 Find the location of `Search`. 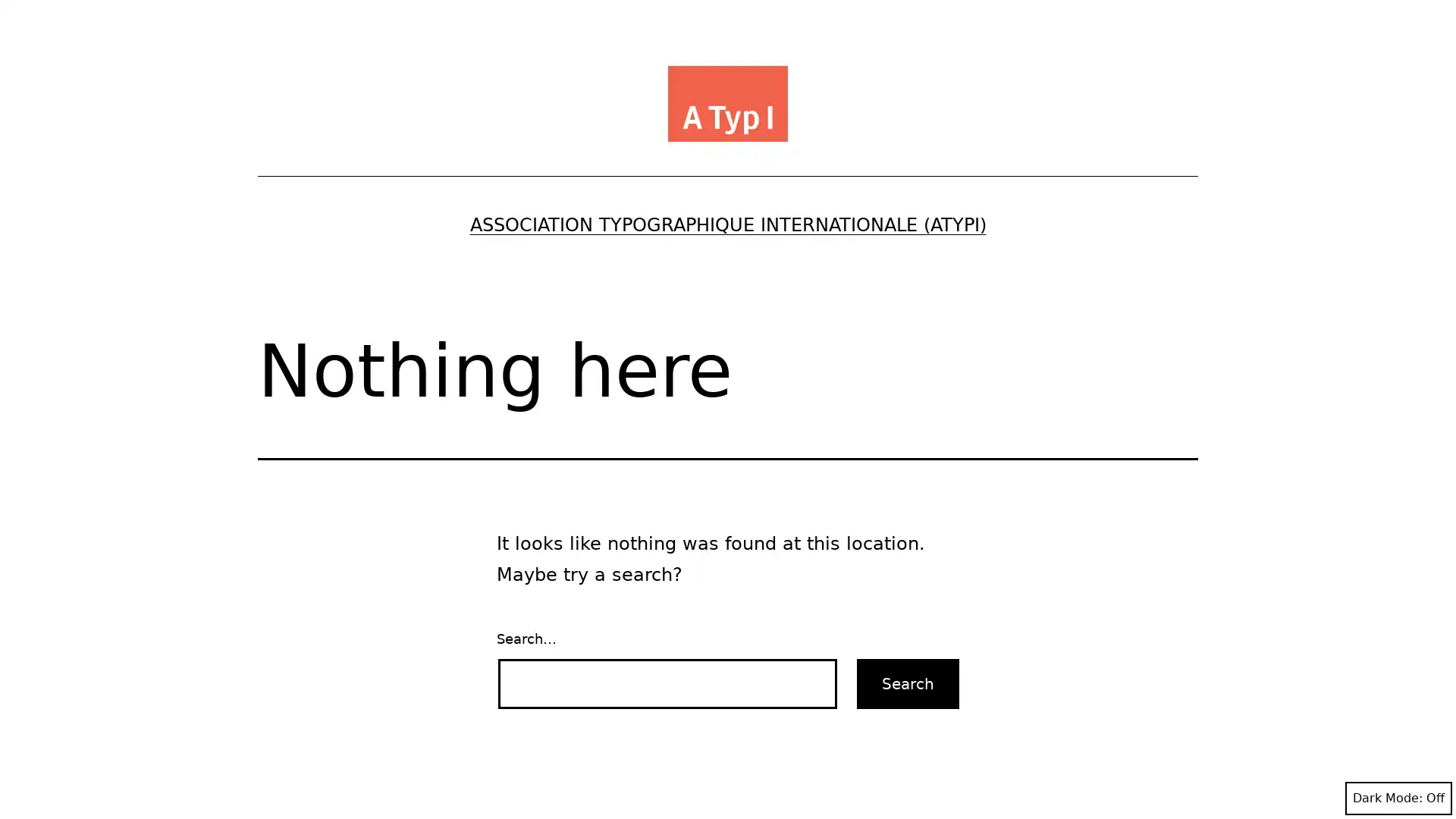

Search is located at coordinates (908, 683).